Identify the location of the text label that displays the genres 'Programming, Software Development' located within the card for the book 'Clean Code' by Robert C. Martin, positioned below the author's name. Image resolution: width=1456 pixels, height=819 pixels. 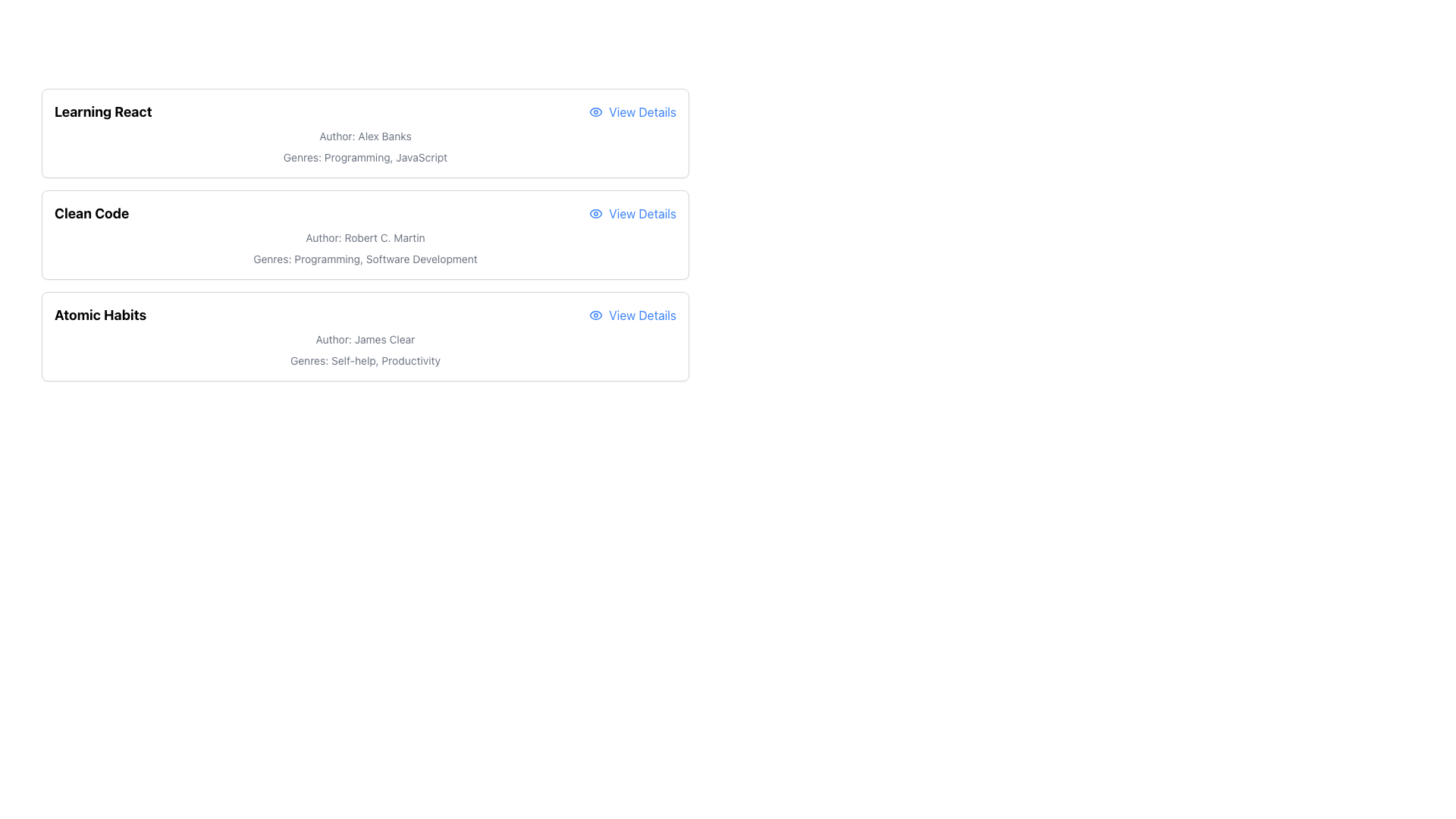
(365, 259).